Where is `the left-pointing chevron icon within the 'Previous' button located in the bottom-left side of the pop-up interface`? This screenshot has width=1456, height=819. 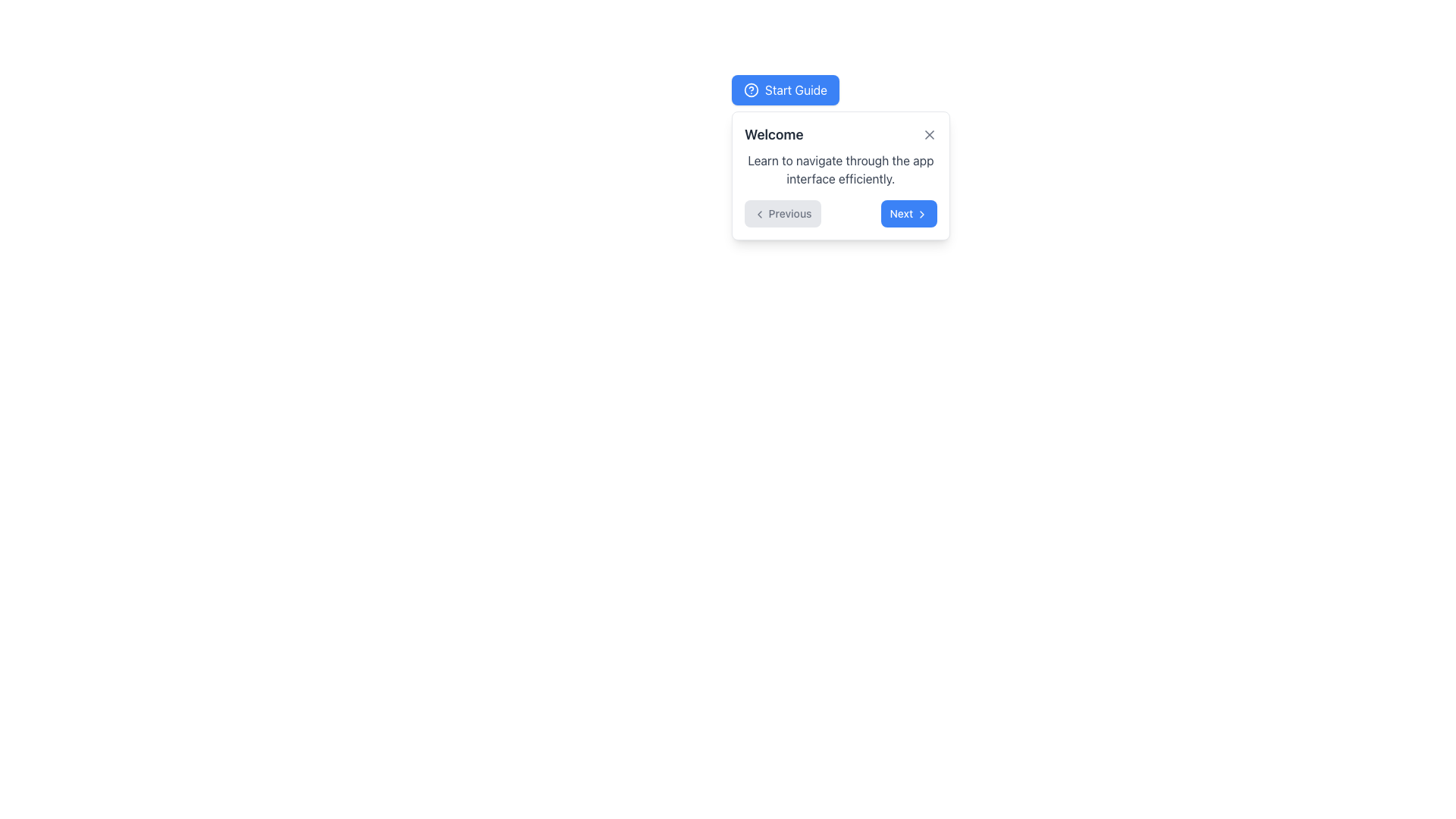 the left-pointing chevron icon within the 'Previous' button located in the bottom-left side of the pop-up interface is located at coordinates (759, 215).